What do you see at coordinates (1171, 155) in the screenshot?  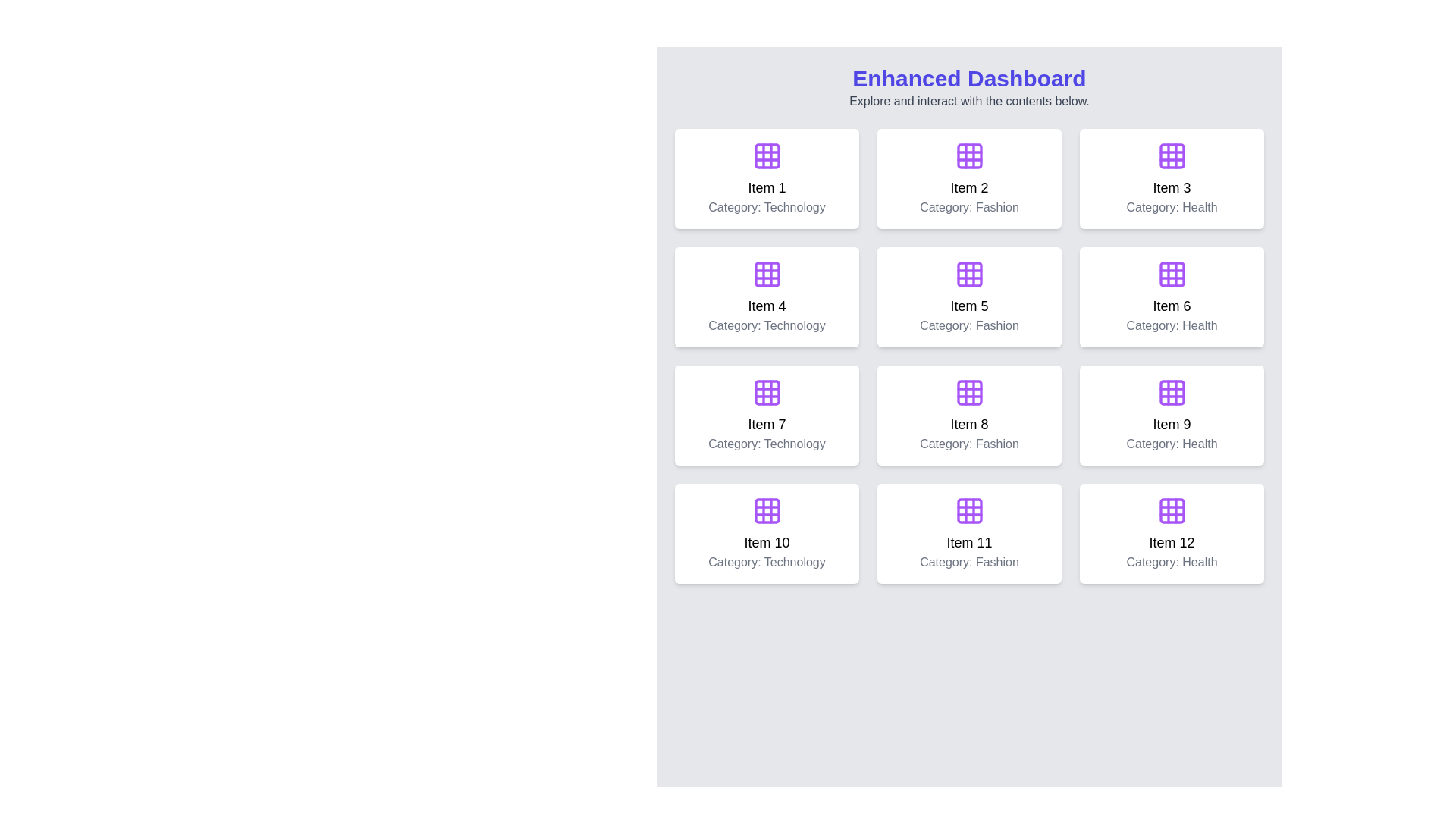 I see `the icon located at the top-right card titled 'Item 3' in the 'Category: Health' section` at bounding box center [1171, 155].